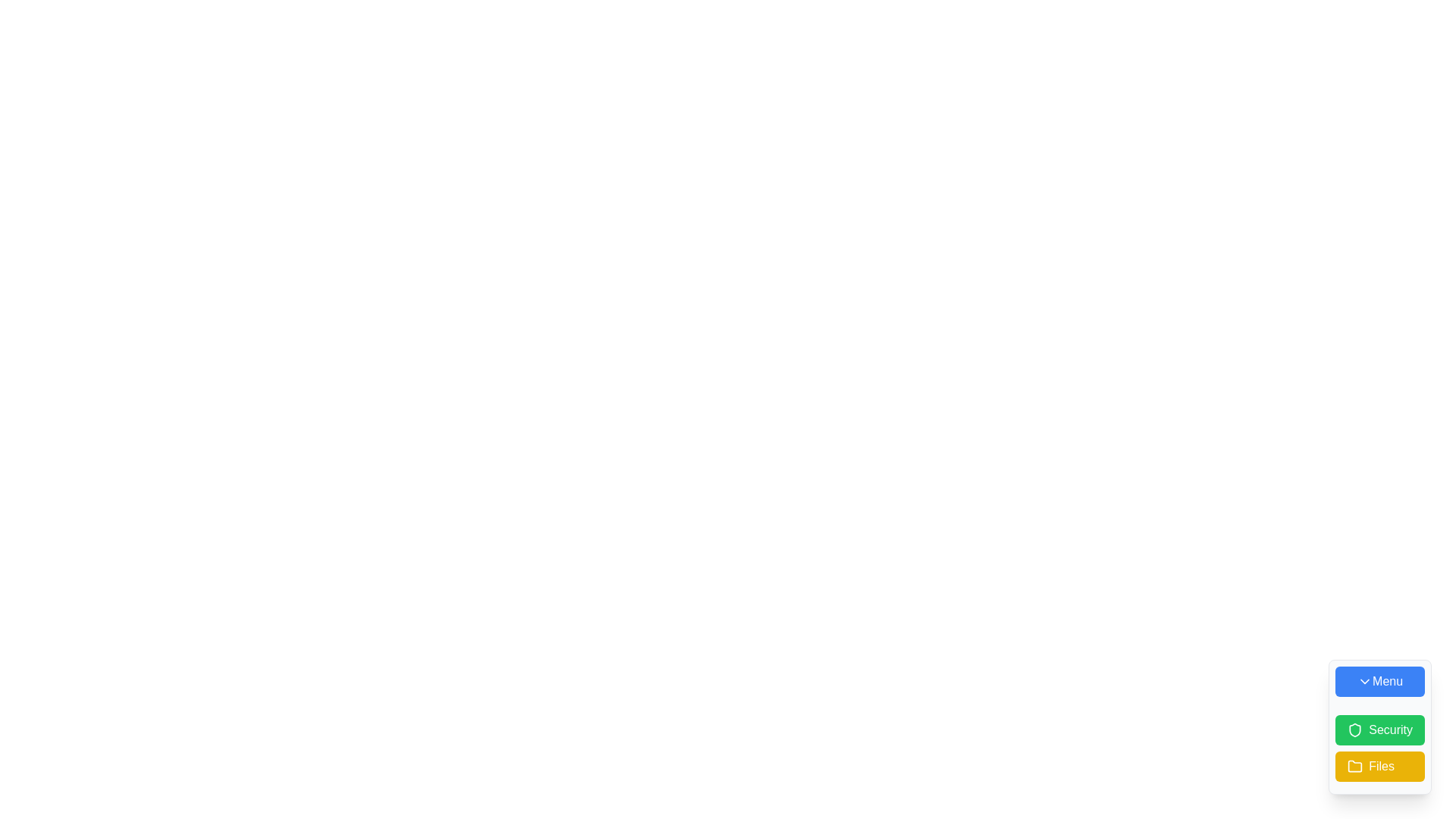 This screenshot has height=819, width=1456. I want to click on the button located at the bottom of the vertical button stack, which facilitates navigation or actions related to 'Files', so click(1379, 766).